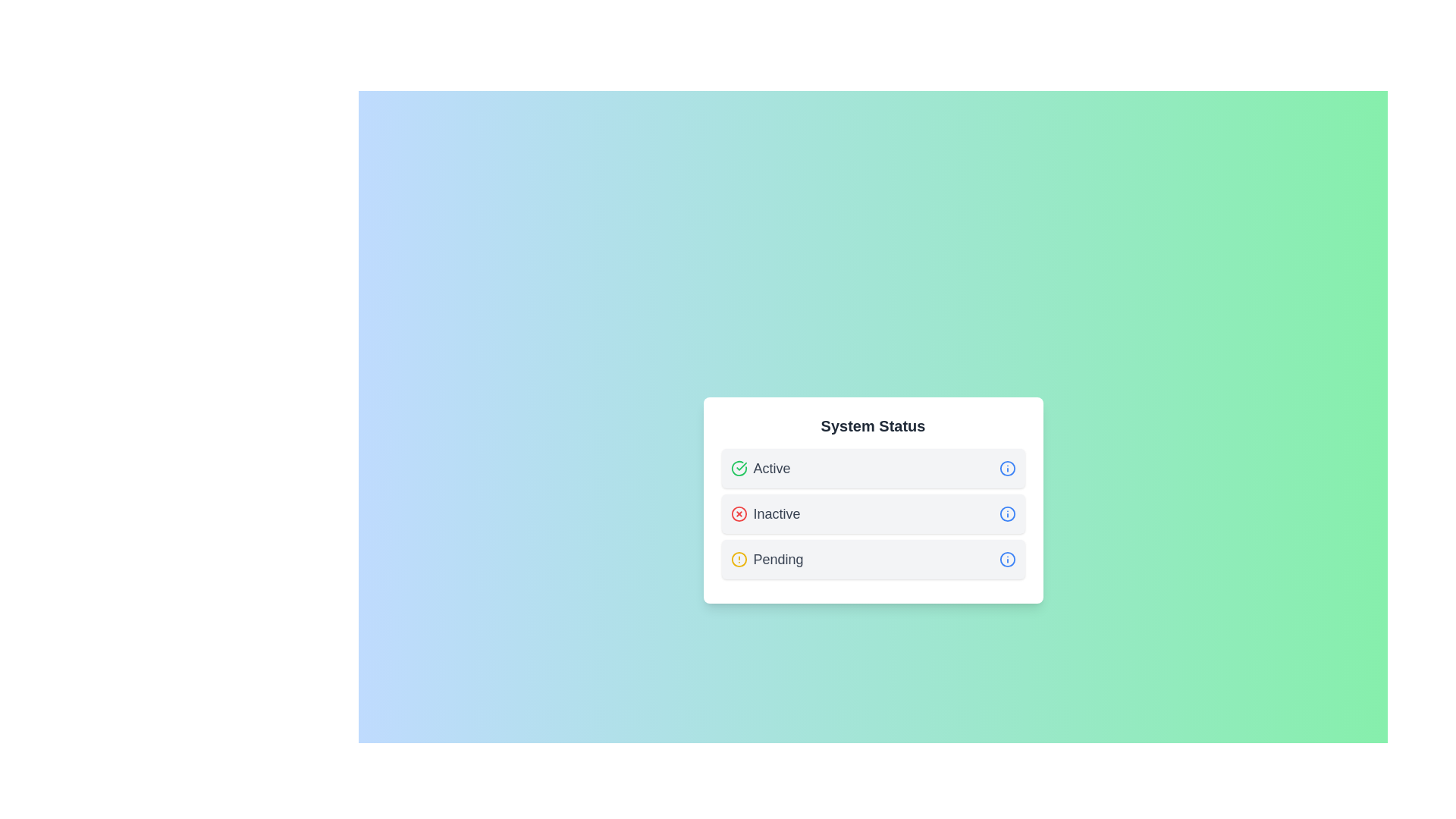 The image size is (1456, 819). Describe the element at coordinates (739, 467) in the screenshot. I see `the 'Active' status icon located immediately to the left of the label 'Active' in the first row of the vertically-arranged list of statuses inside the centered card` at that location.